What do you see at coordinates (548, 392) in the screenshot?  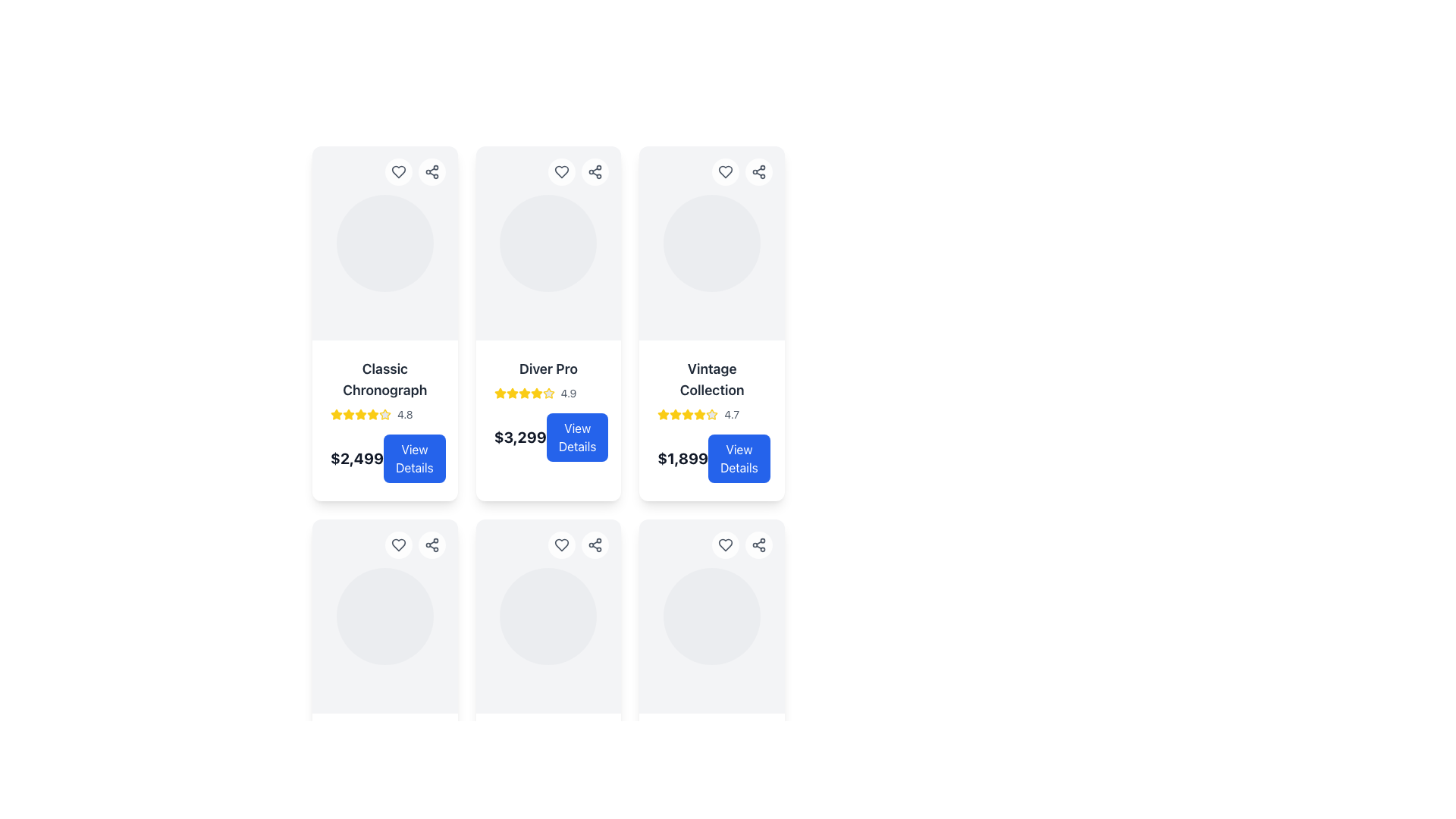 I see `the second star-shaped icon in the rating feature of the Diver Pro item card, which is styled with a yellow fill and located in the middle column of the top row` at bounding box center [548, 392].